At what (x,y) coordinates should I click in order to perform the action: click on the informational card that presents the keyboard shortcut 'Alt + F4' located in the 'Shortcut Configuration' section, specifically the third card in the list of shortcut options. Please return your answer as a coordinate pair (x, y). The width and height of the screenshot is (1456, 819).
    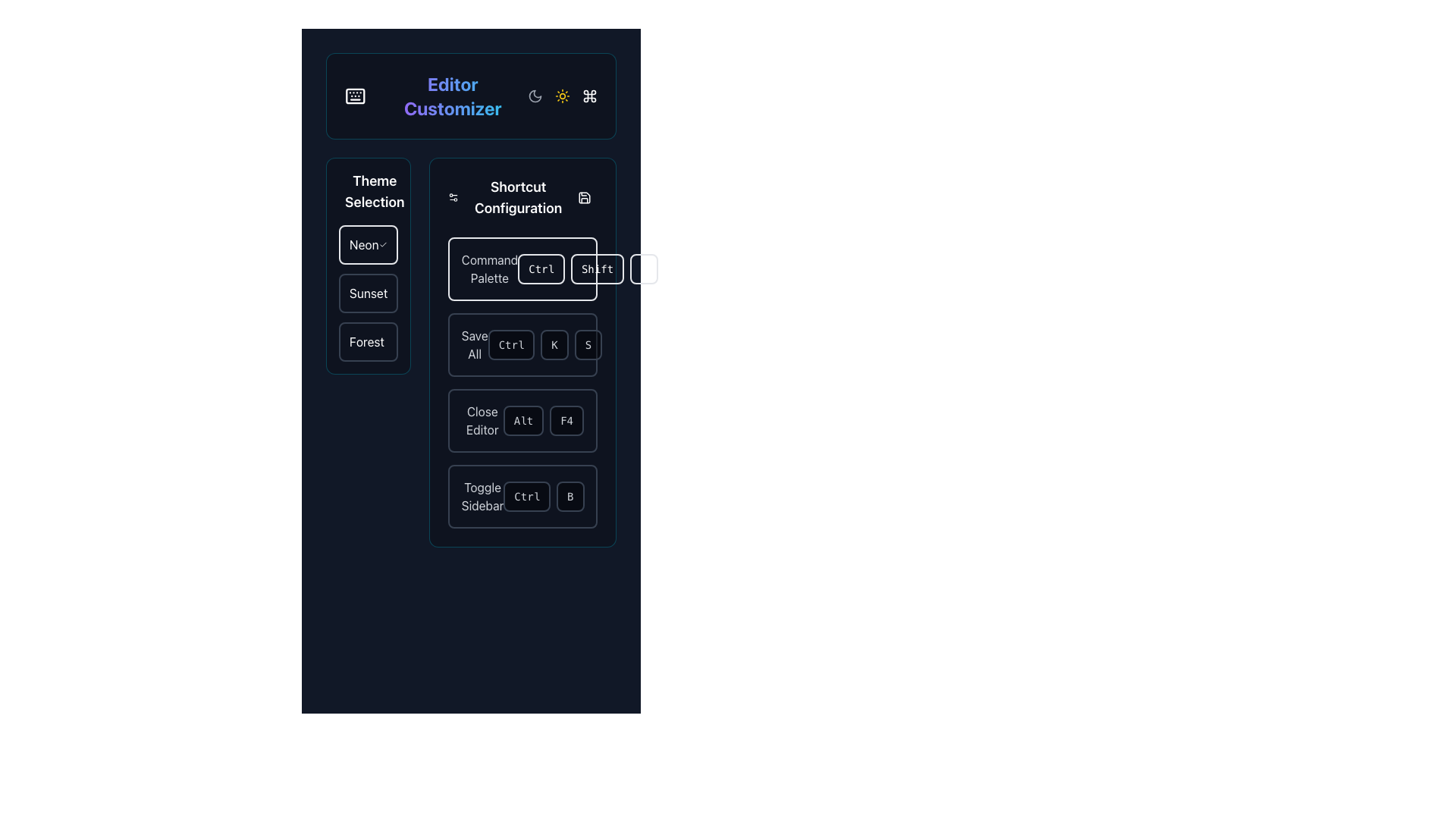
    Looking at the image, I should click on (522, 421).